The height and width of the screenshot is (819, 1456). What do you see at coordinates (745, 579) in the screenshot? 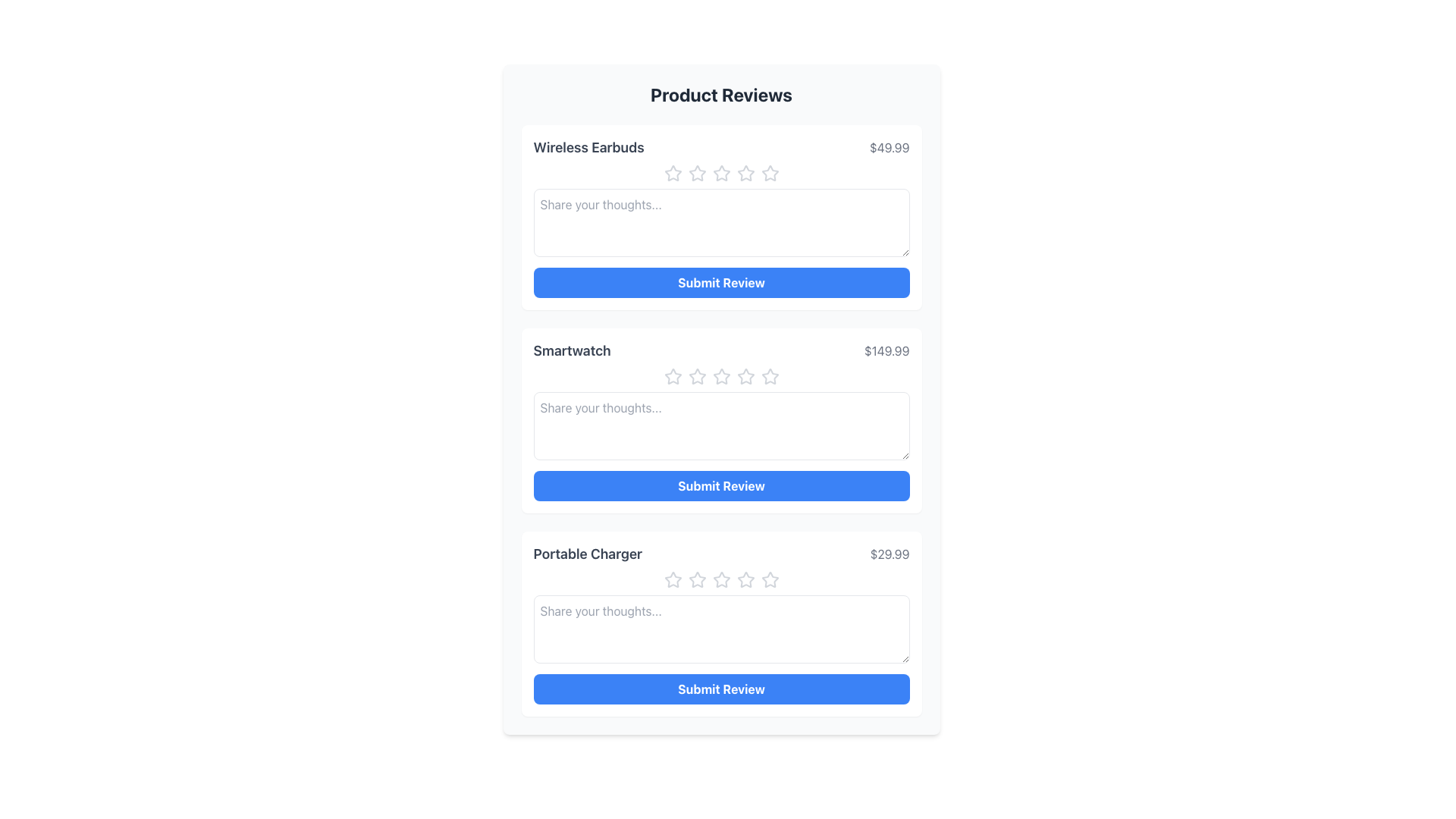
I see `the fourth star icon in the rating section for the Portable Charger` at bounding box center [745, 579].